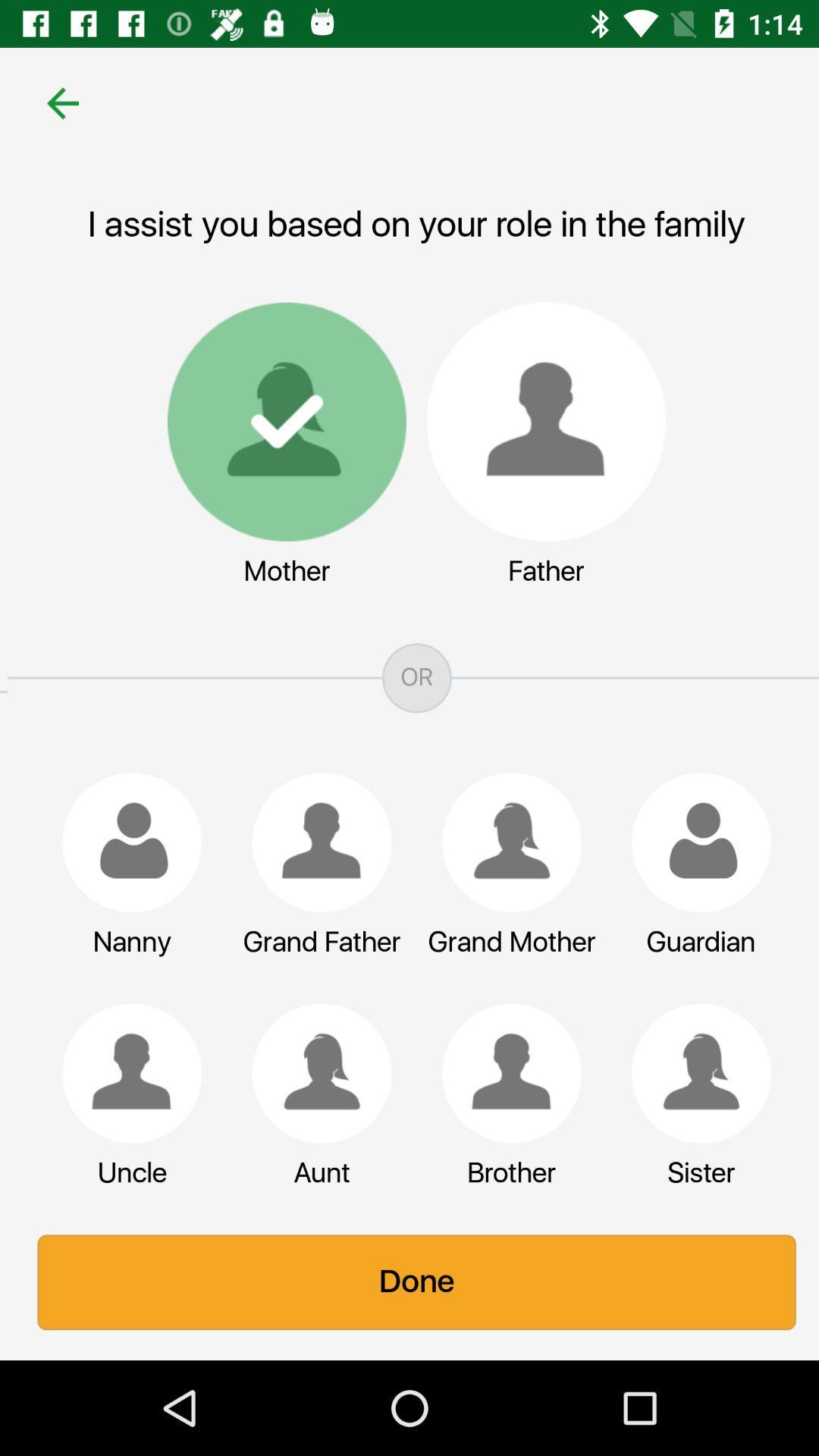  I want to click on done, so click(409, 1282).